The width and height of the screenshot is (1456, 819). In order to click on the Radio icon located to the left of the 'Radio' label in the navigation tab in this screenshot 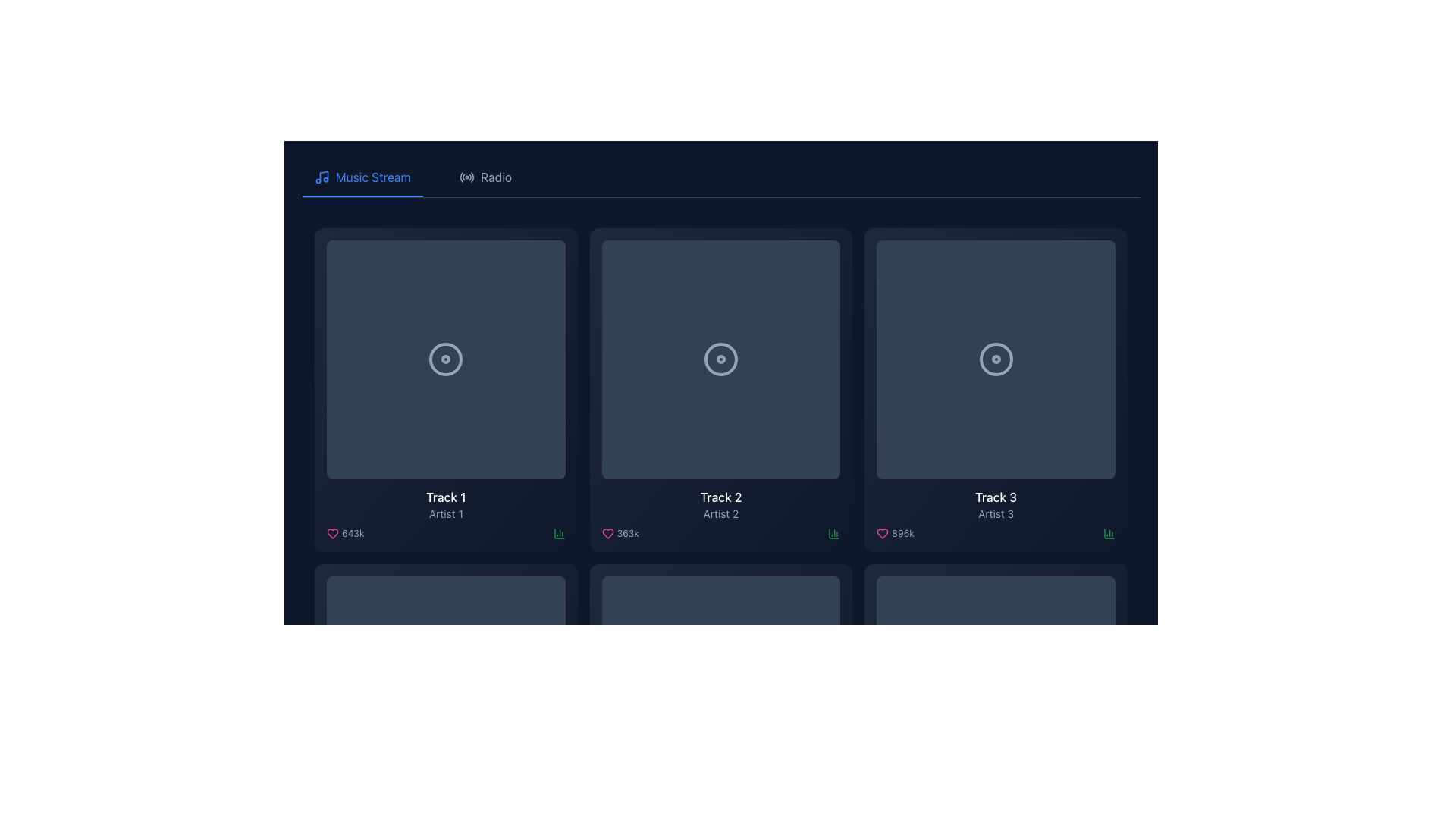, I will do `click(466, 177)`.